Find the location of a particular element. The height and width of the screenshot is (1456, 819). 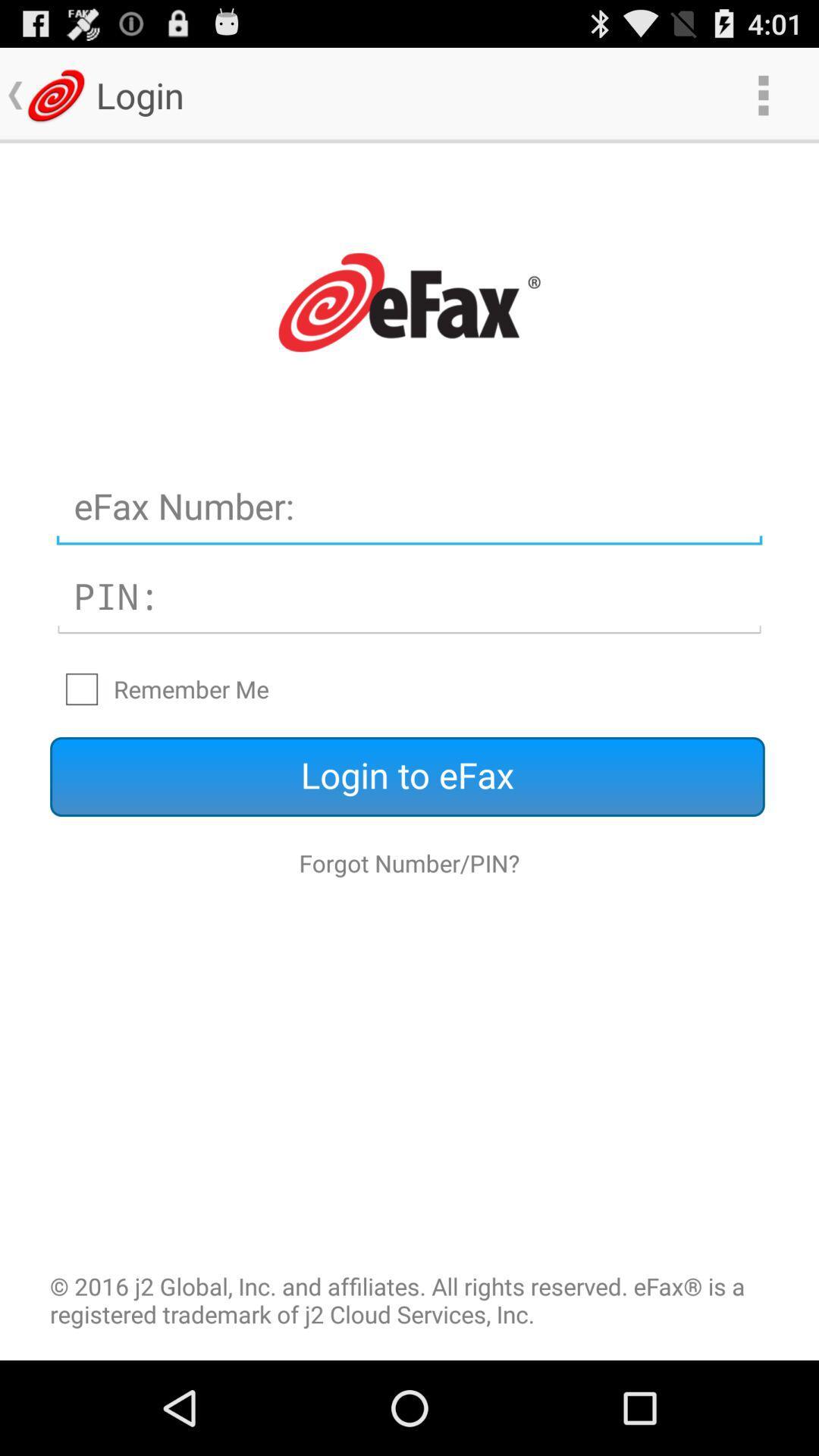

item at the top right corner is located at coordinates (763, 94).